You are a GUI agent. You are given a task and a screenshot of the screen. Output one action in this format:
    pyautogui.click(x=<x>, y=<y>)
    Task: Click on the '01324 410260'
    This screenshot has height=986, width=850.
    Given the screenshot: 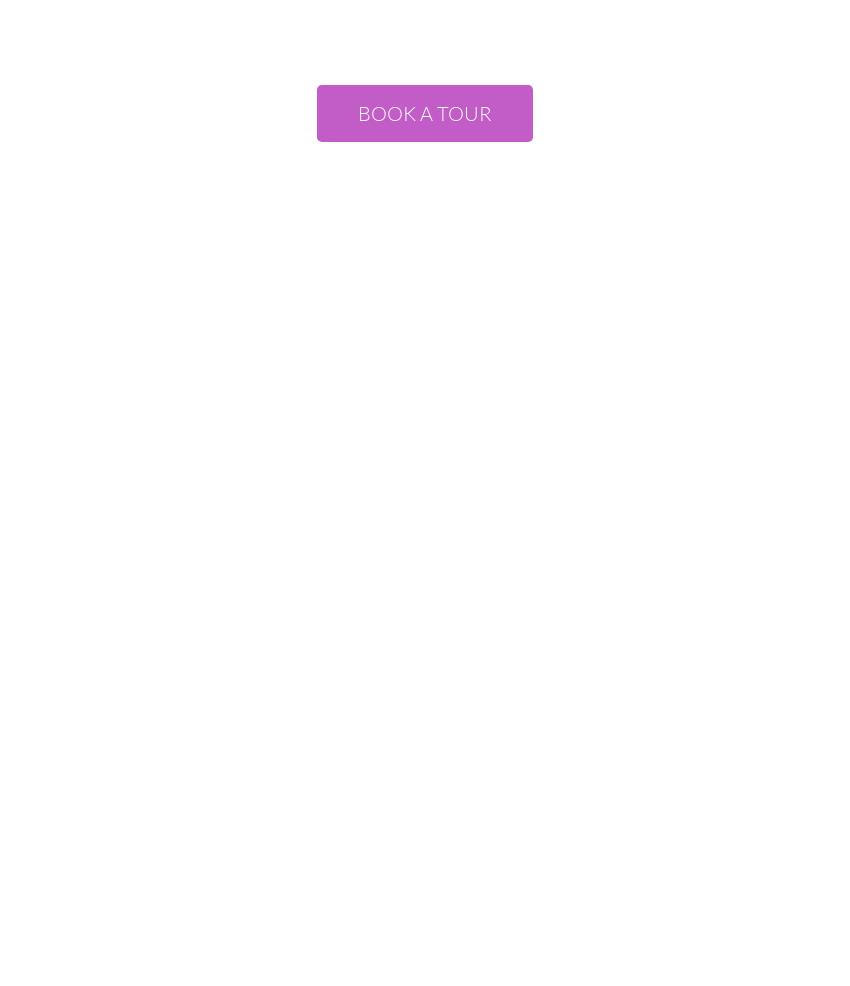 What is the action you would take?
    pyautogui.click(x=424, y=656)
    